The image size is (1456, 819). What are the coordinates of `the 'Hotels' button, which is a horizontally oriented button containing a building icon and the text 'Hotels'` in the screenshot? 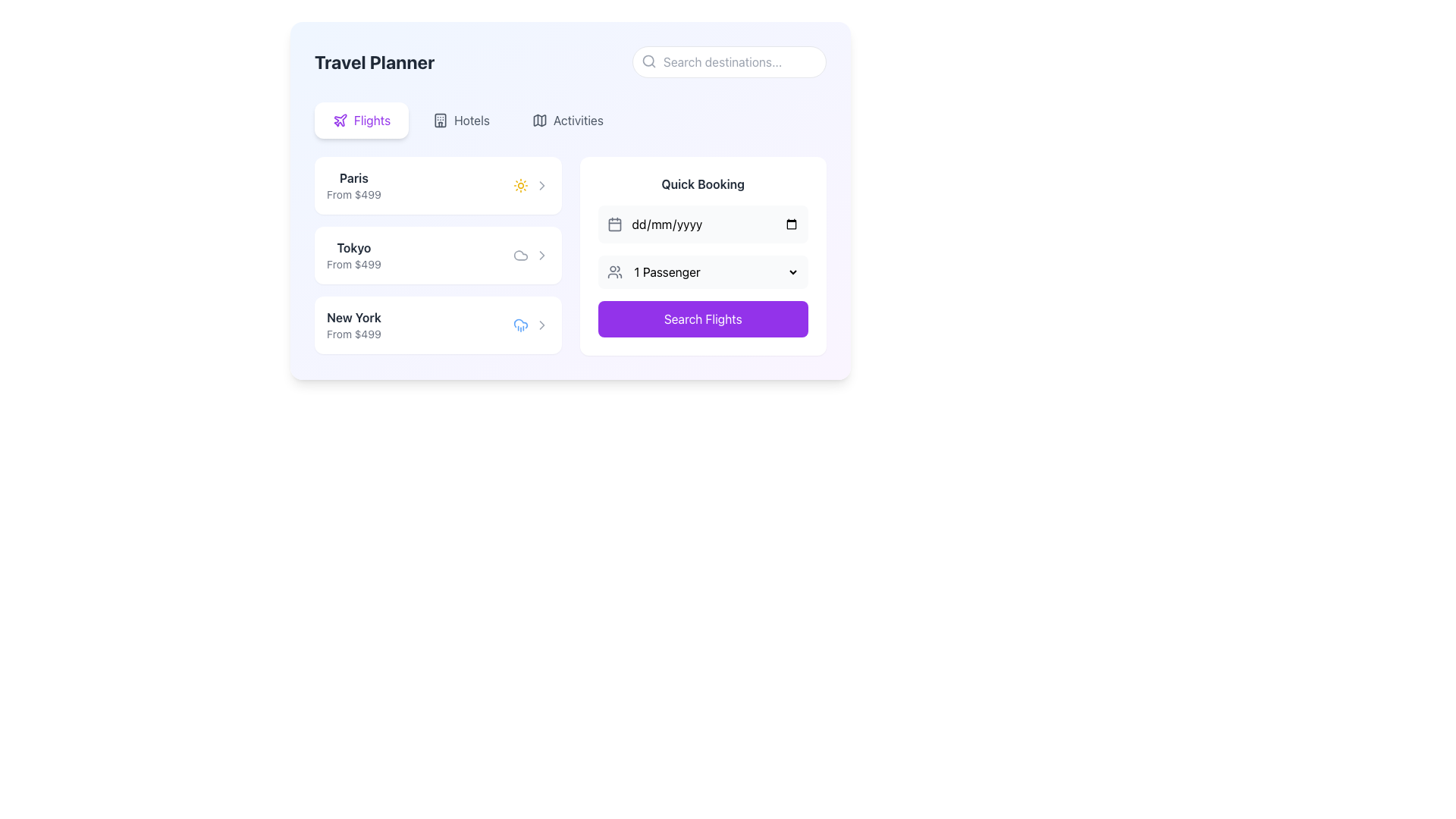 It's located at (460, 119).